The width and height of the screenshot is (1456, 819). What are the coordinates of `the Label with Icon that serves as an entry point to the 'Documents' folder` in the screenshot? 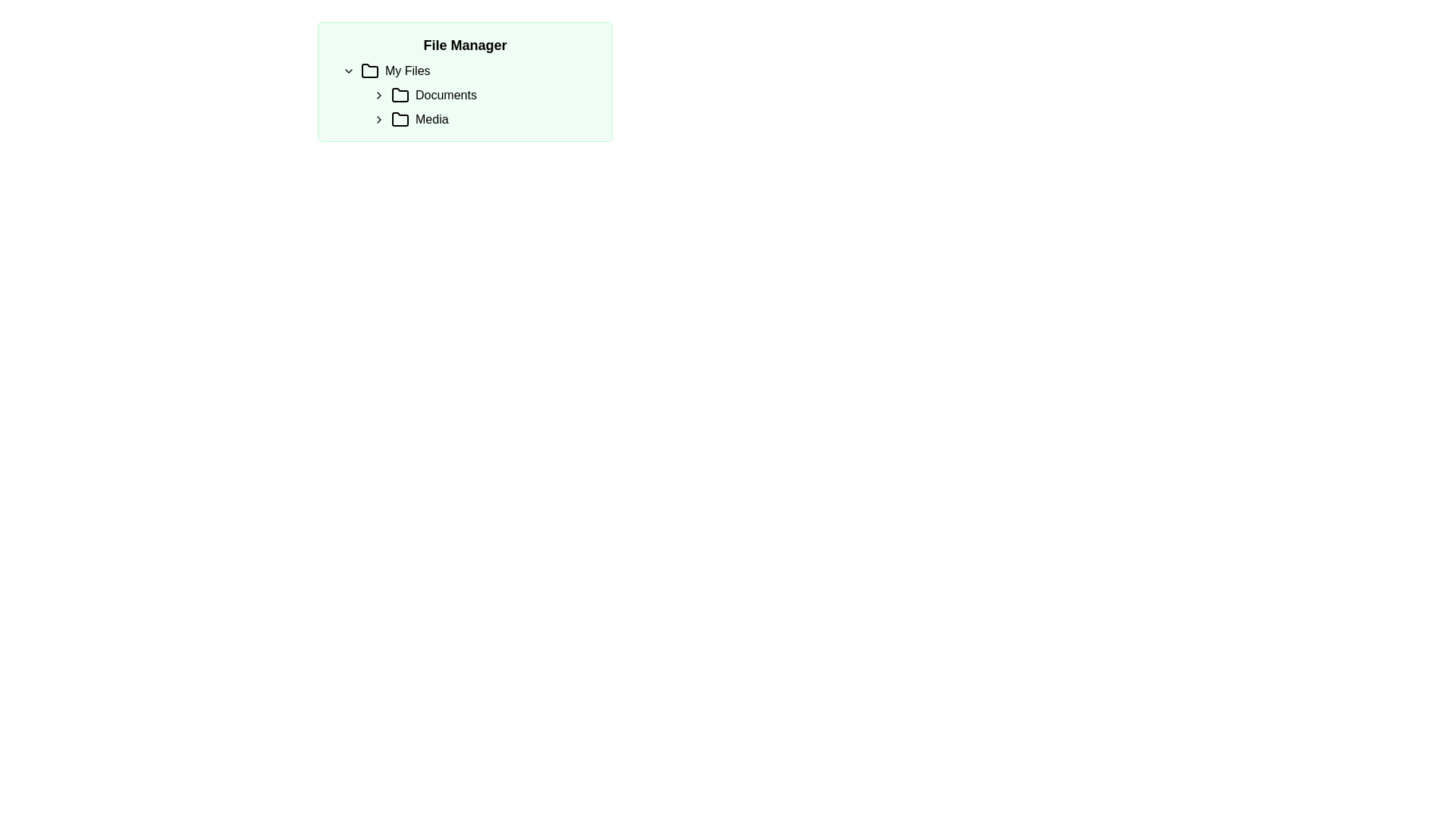 It's located at (433, 96).